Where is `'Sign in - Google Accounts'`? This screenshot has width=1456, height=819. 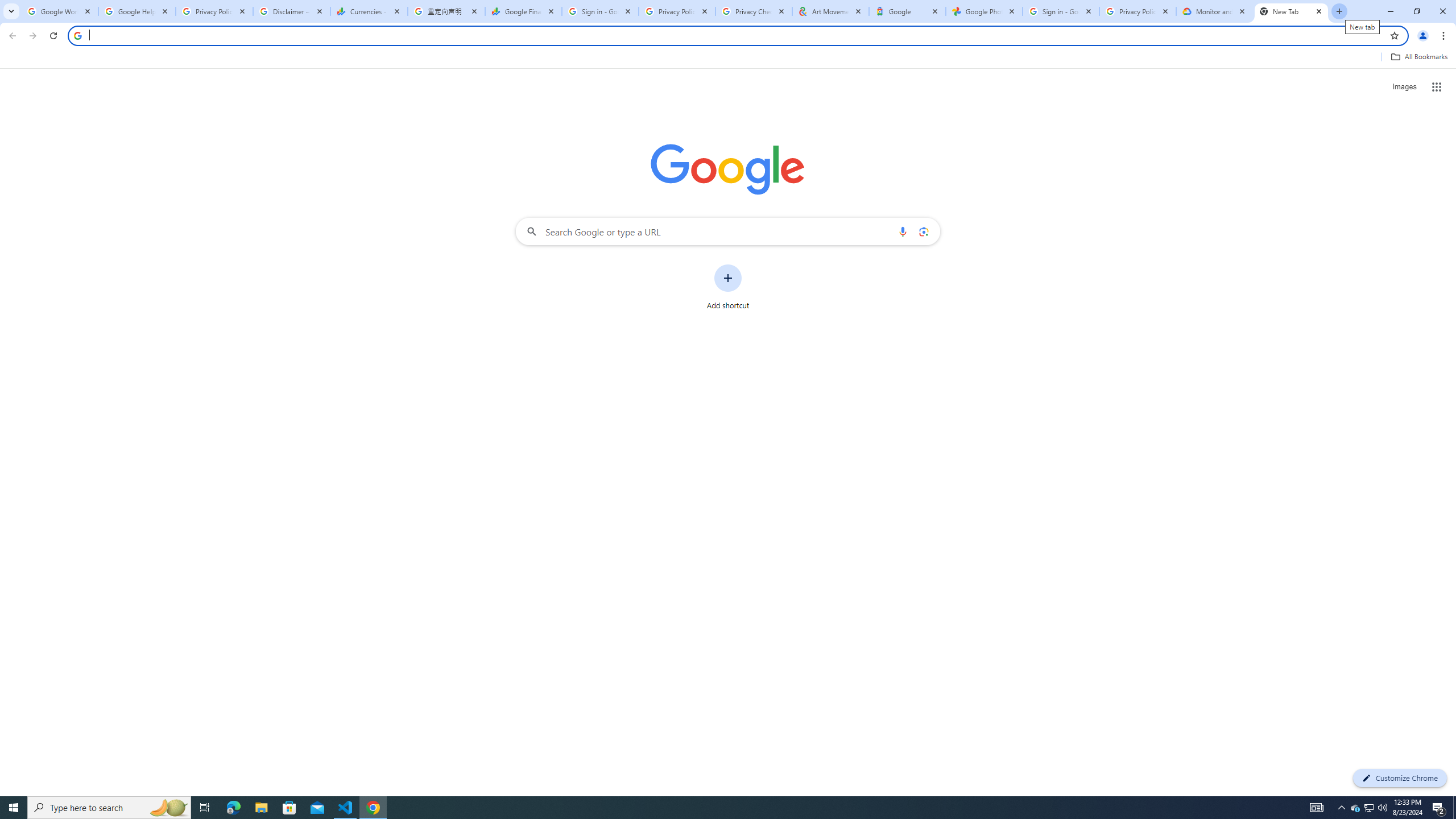 'Sign in - Google Accounts' is located at coordinates (599, 11).